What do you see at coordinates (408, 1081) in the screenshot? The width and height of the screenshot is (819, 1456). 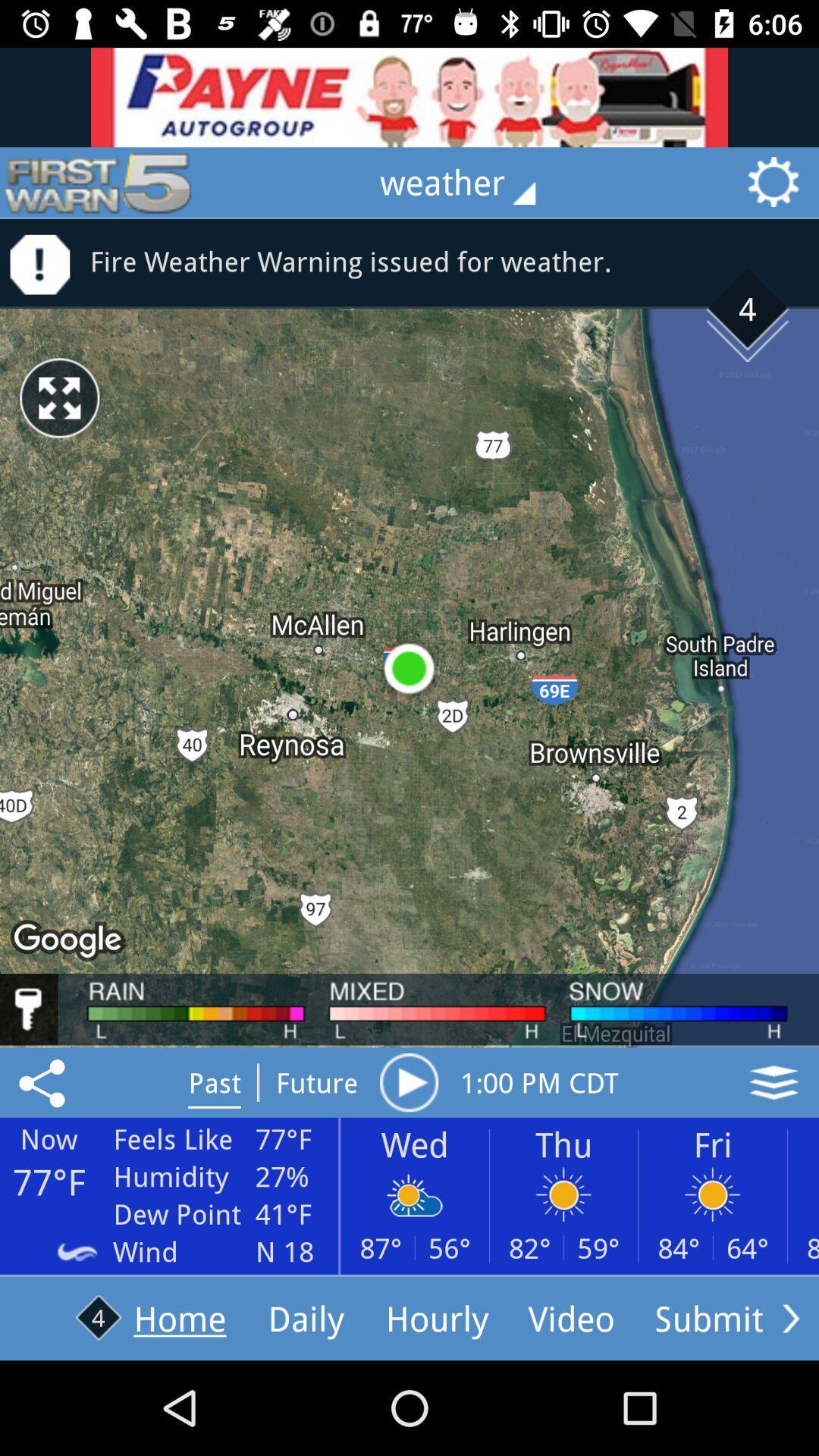 I see `forecast` at bounding box center [408, 1081].